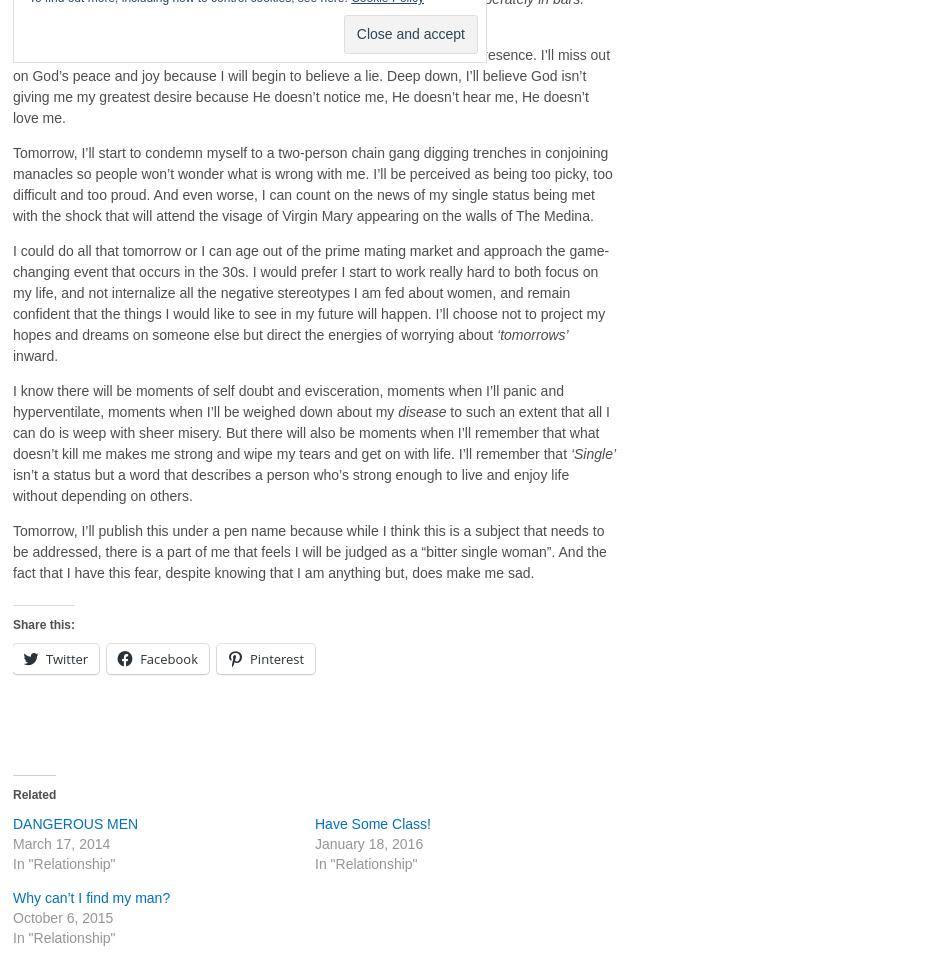 This screenshot has height=957, width=940. I want to click on 'inward.', so click(35, 356).